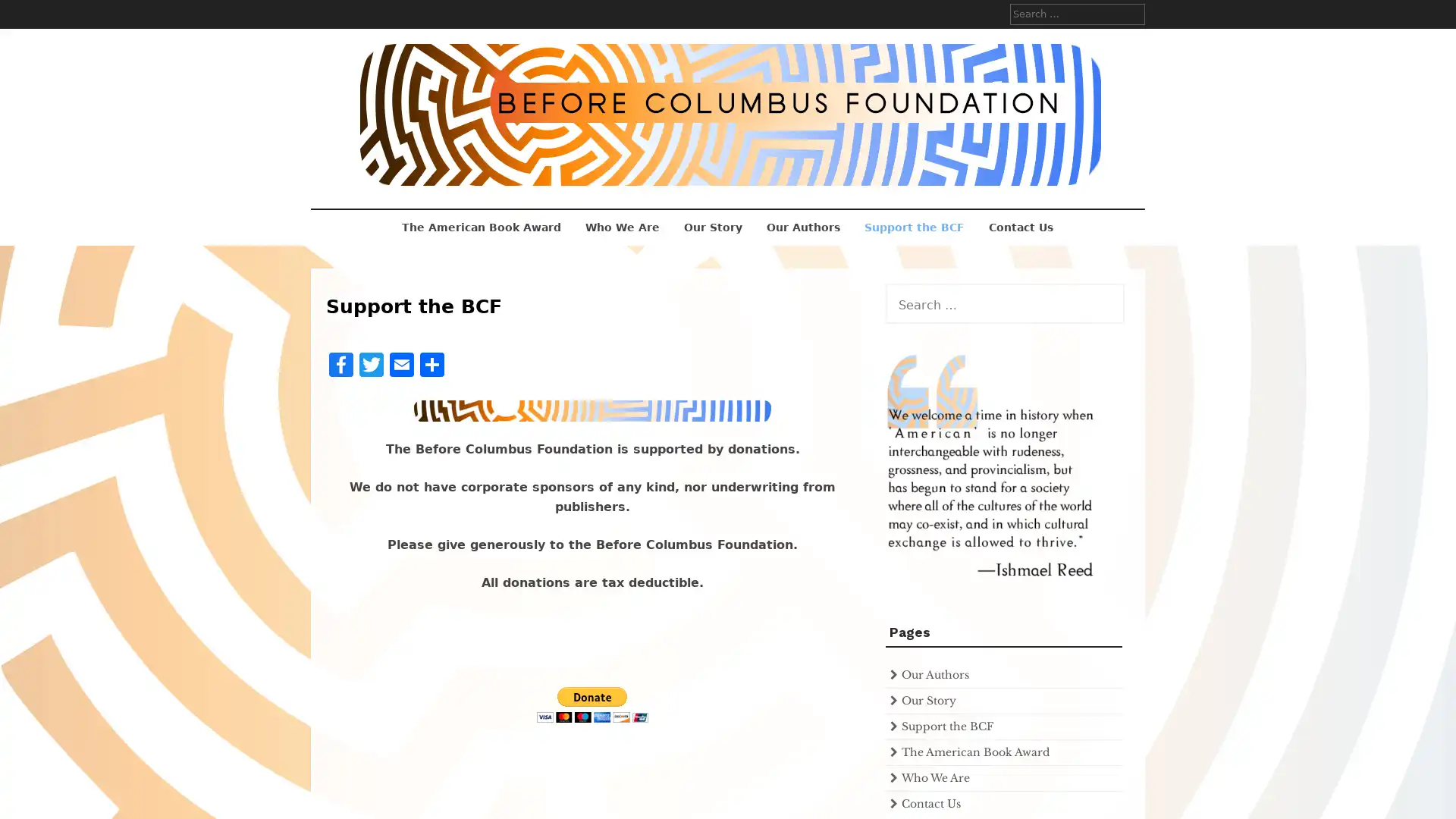 This screenshot has width=1456, height=819. I want to click on Donate with PayPal button, so click(591, 704).